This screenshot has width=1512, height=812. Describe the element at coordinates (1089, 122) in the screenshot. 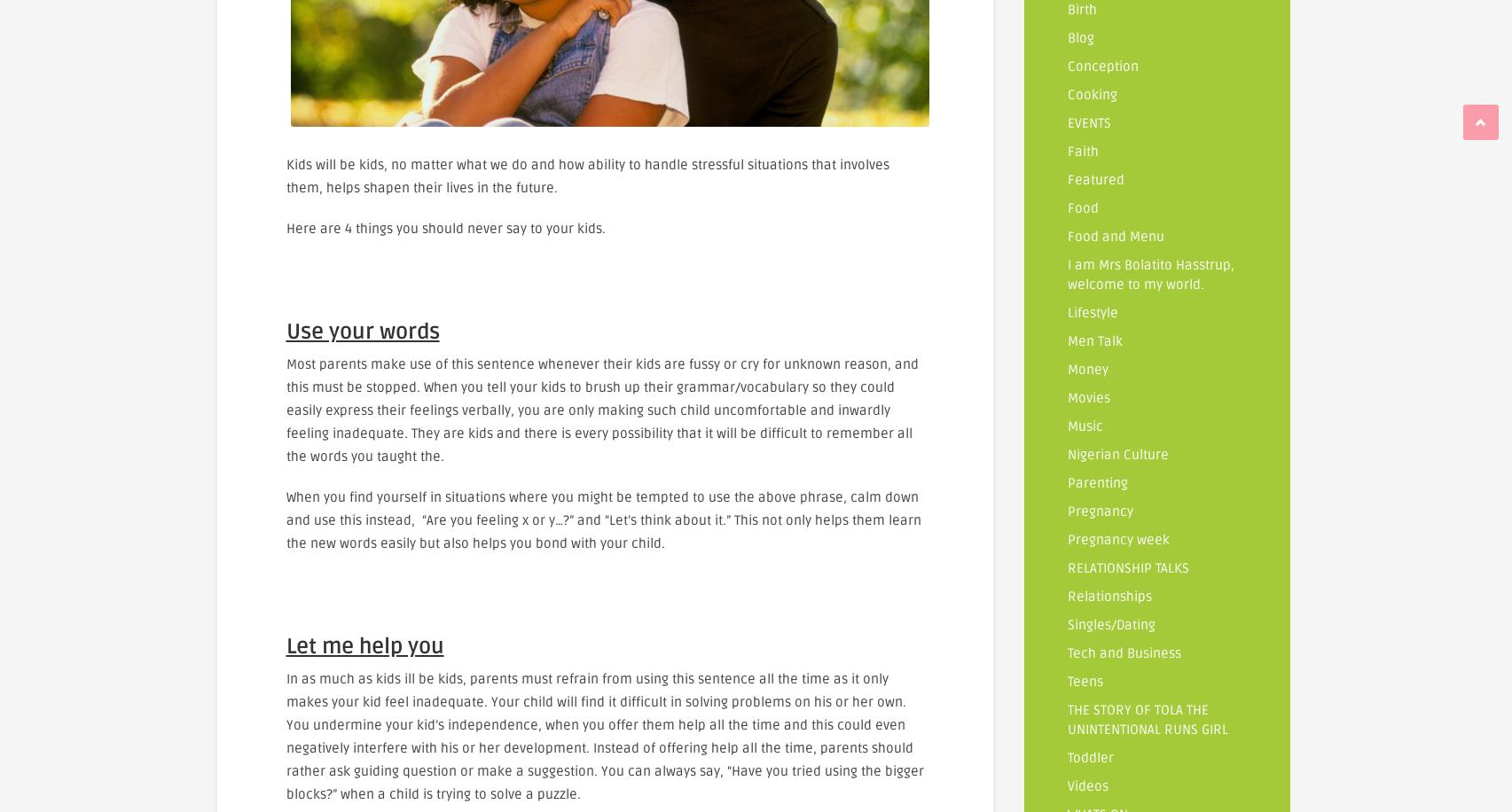

I see `'EVENTS'` at that location.